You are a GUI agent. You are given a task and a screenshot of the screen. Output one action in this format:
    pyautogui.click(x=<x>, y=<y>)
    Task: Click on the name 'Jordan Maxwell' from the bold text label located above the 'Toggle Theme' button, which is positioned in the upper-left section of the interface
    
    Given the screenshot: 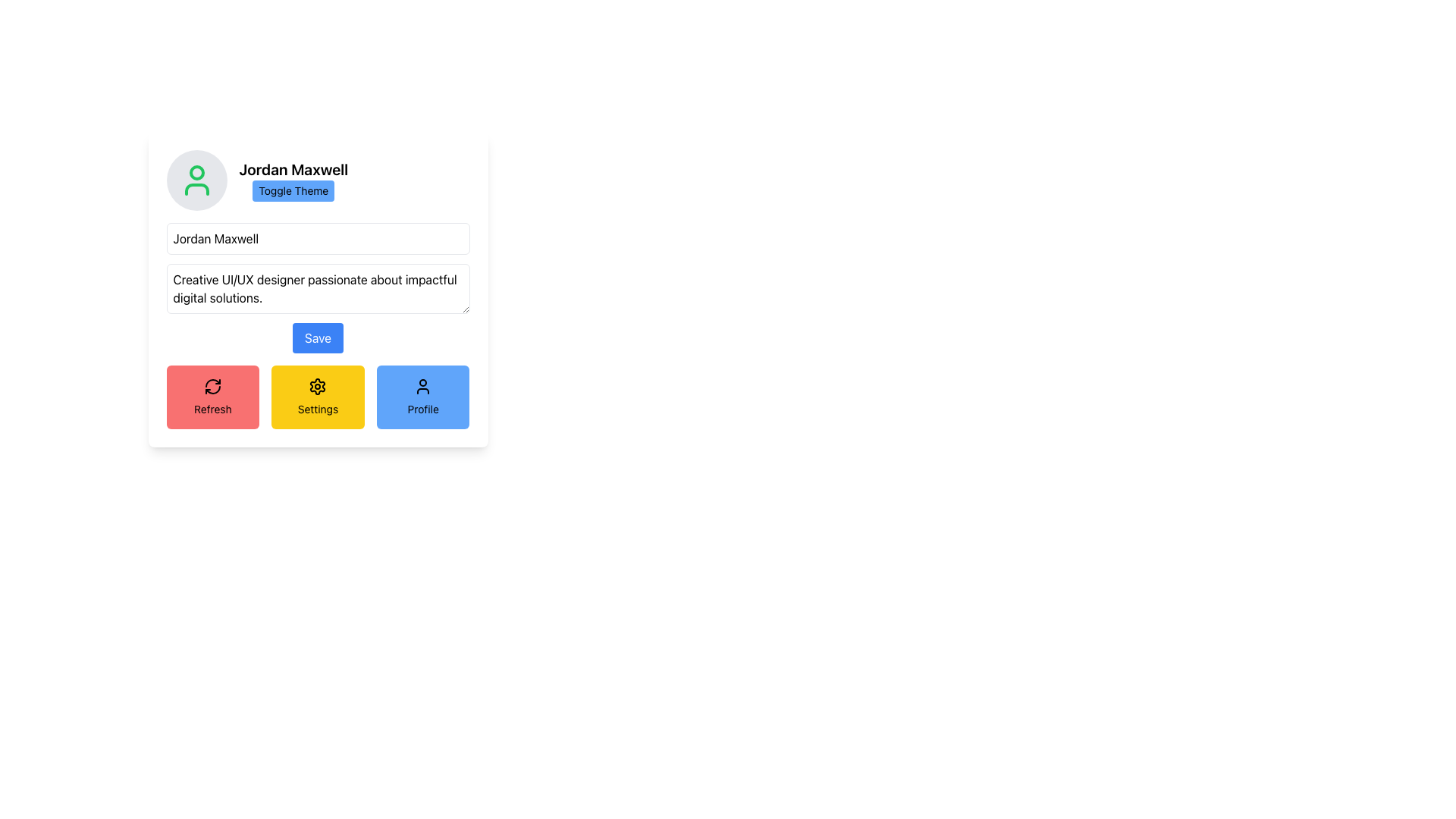 What is the action you would take?
    pyautogui.click(x=293, y=169)
    